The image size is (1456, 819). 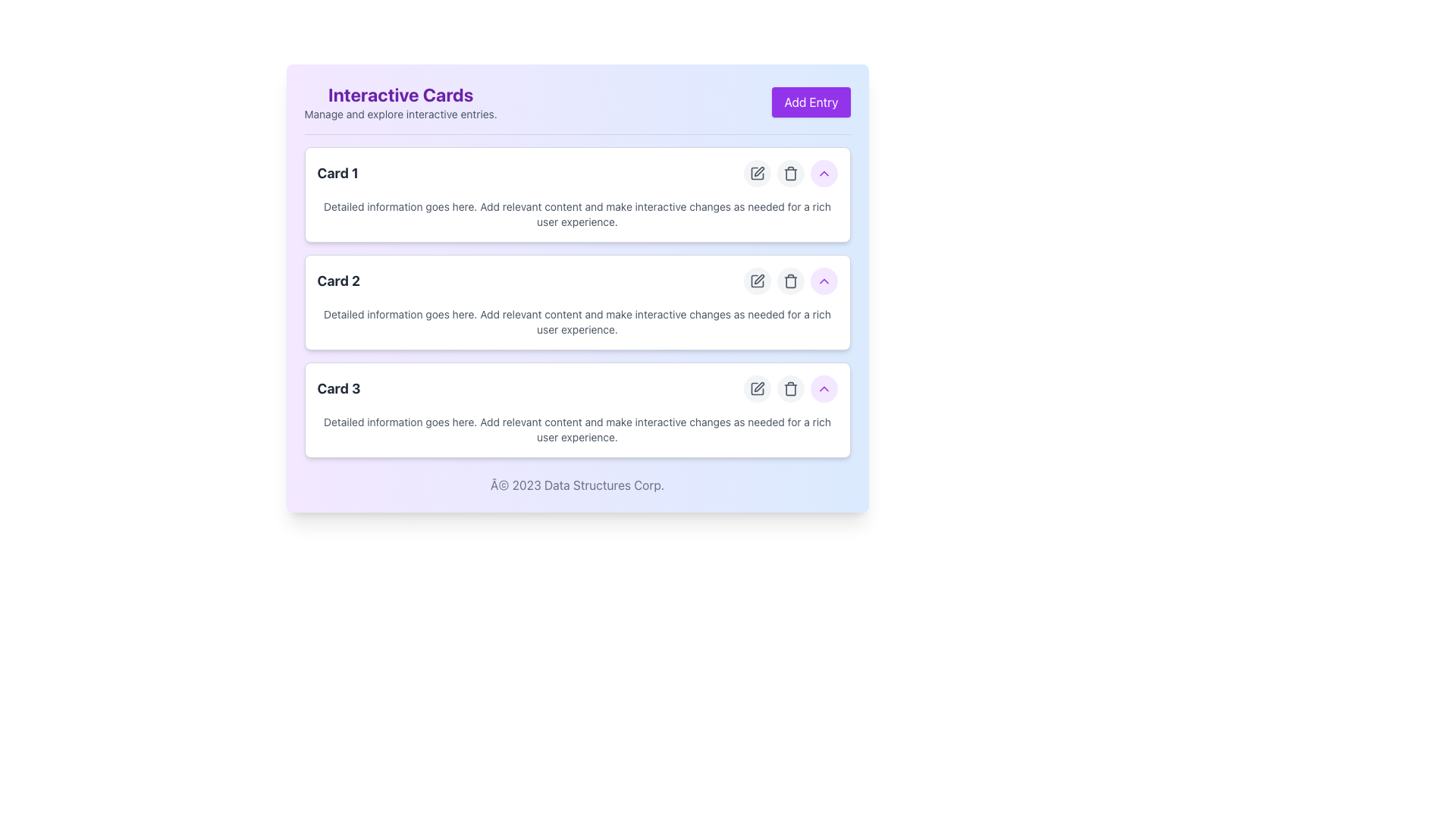 What do you see at coordinates (757, 281) in the screenshot?
I see `the pen icon within the circular button on the right side of the second card in the vertical list of cards` at bounding box center [757, 281].